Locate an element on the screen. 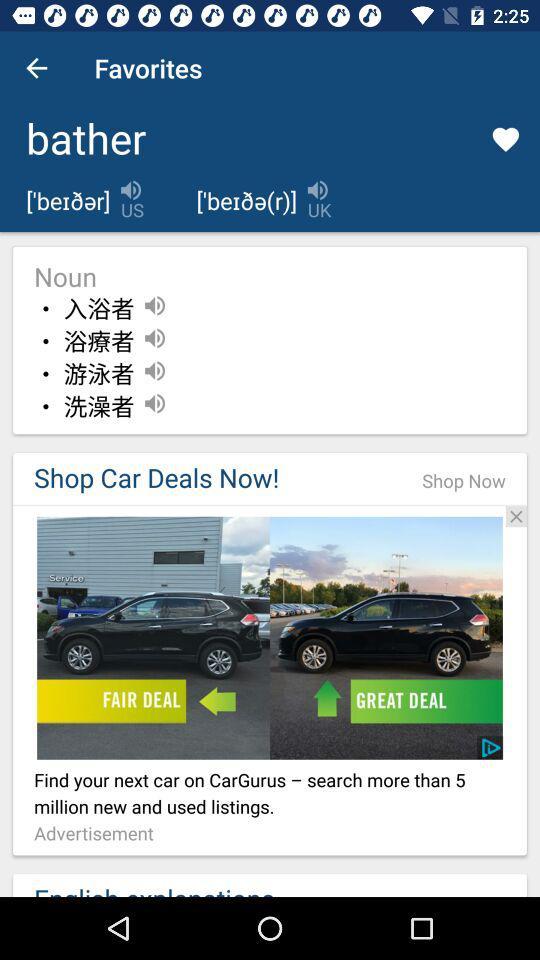 This screenshot has height=960, width=540. the third speaker icon is located at coordinates (153, 370).